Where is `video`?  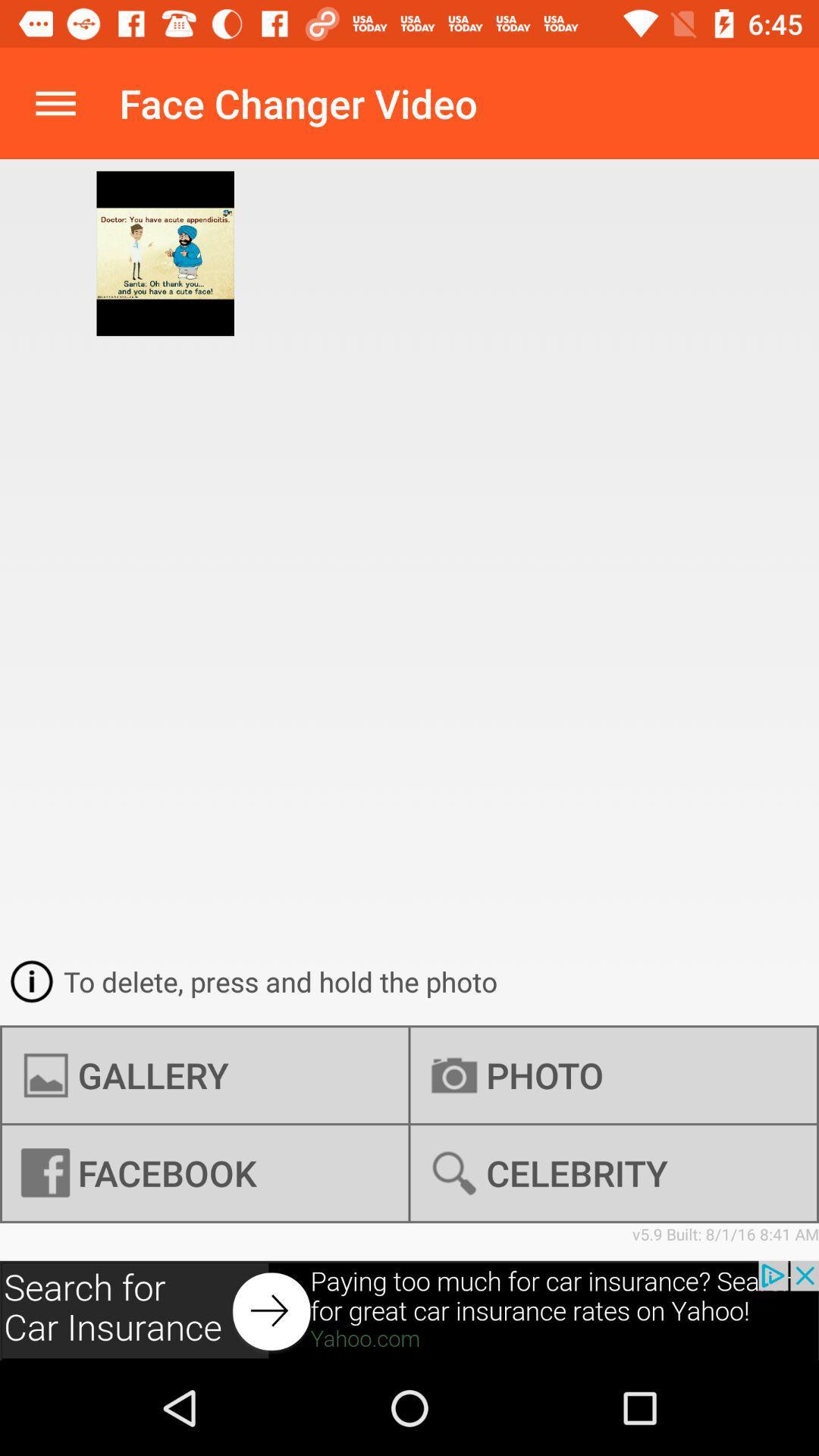 video is located at coordinates (409, 1310).